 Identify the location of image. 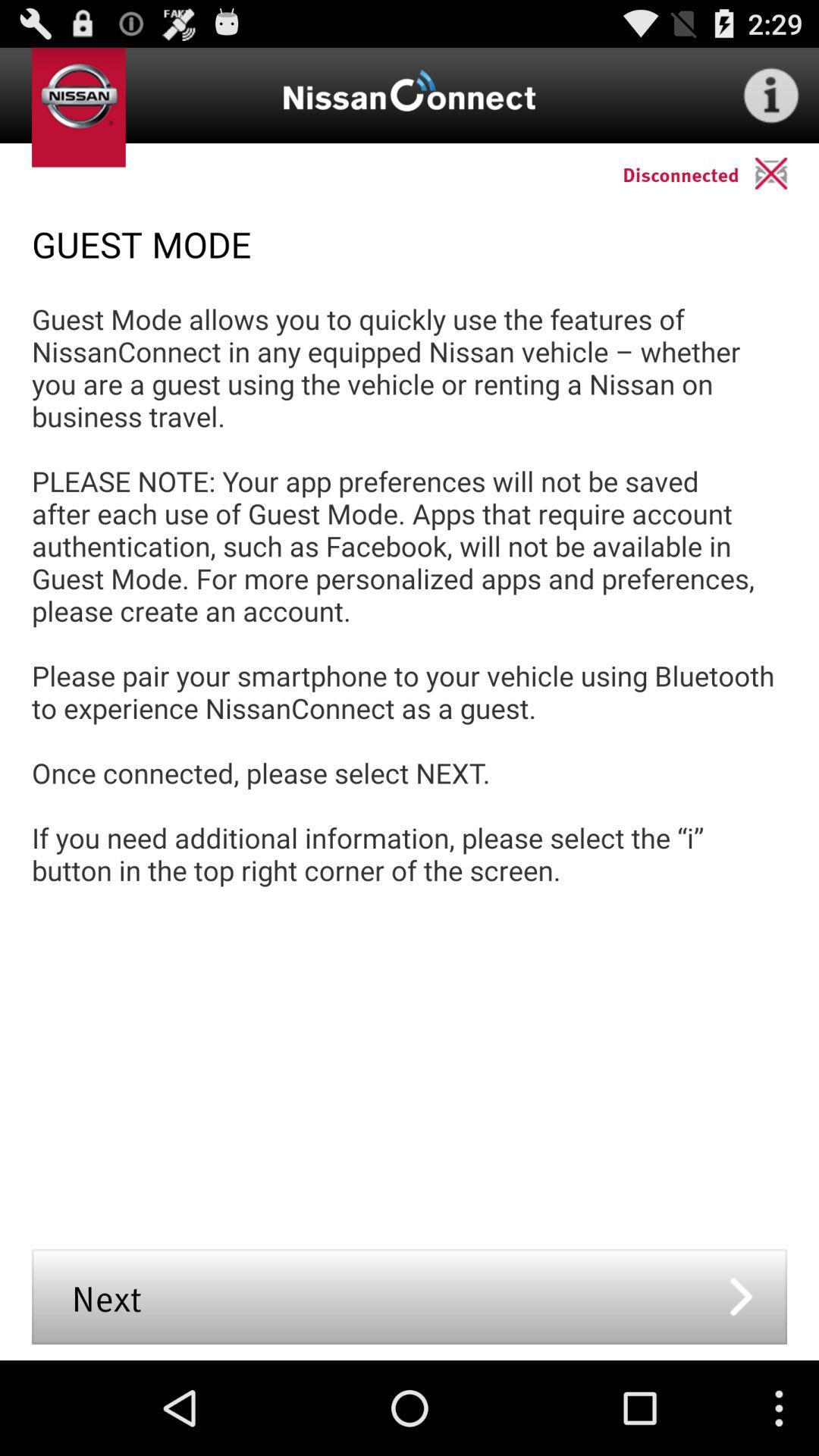
(786, 173).